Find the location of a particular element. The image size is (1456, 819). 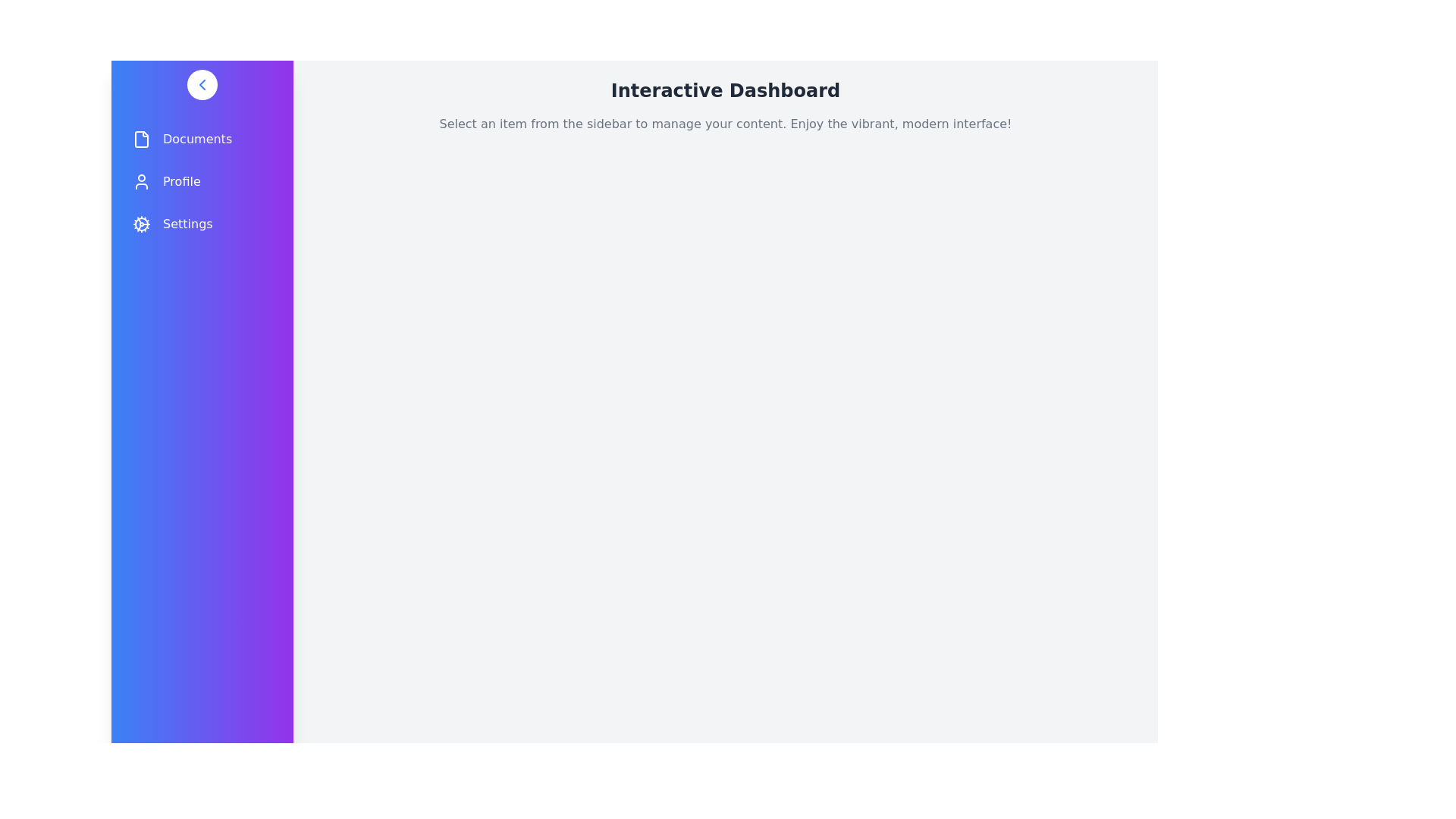

the navigation item Profile in the drawer is located at coordinates (202, 180).